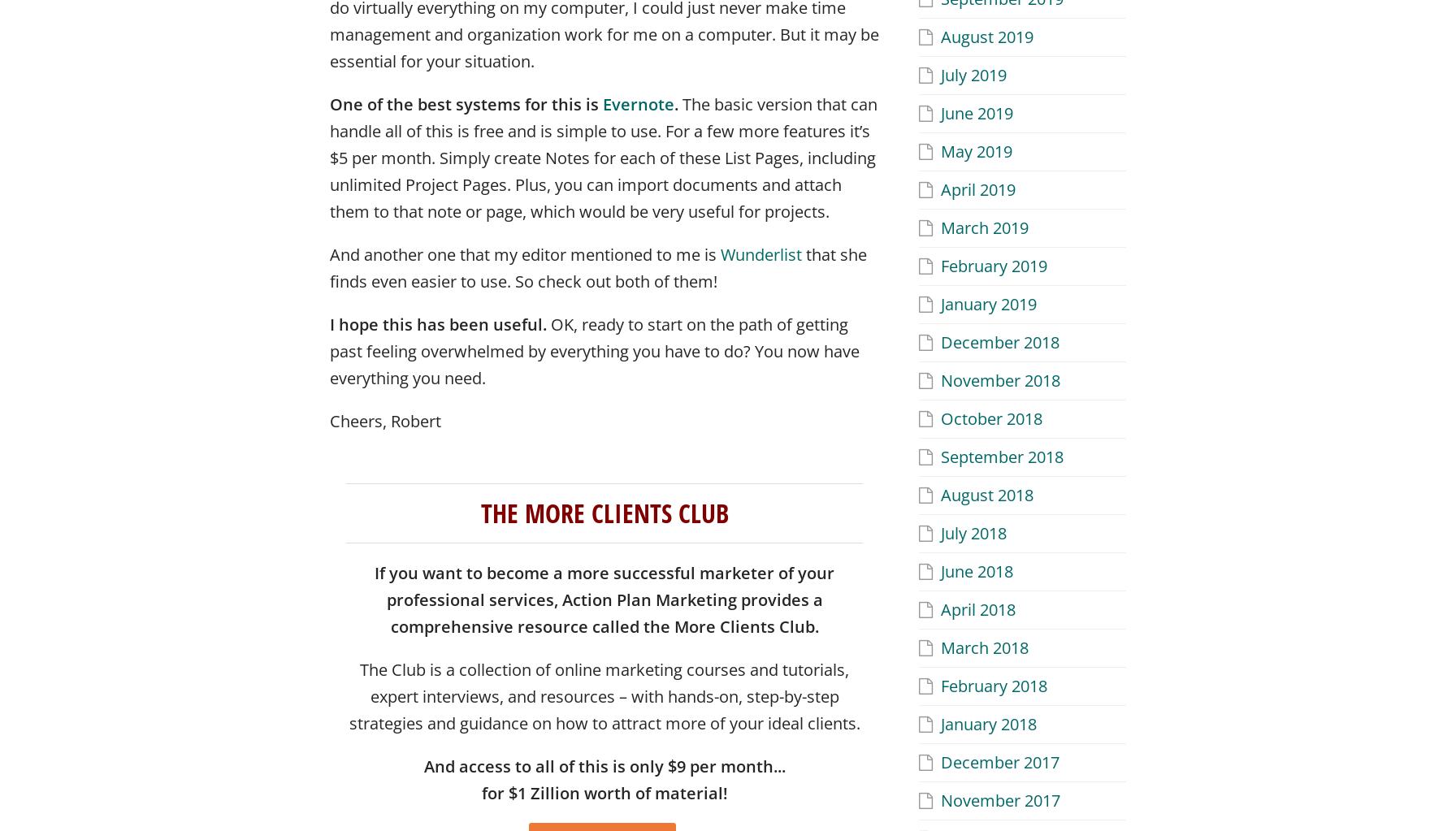  What do you see at coordinates (999, 341) in the screenshot?
I see `'December 2018'` at bounding box center [999, 341].